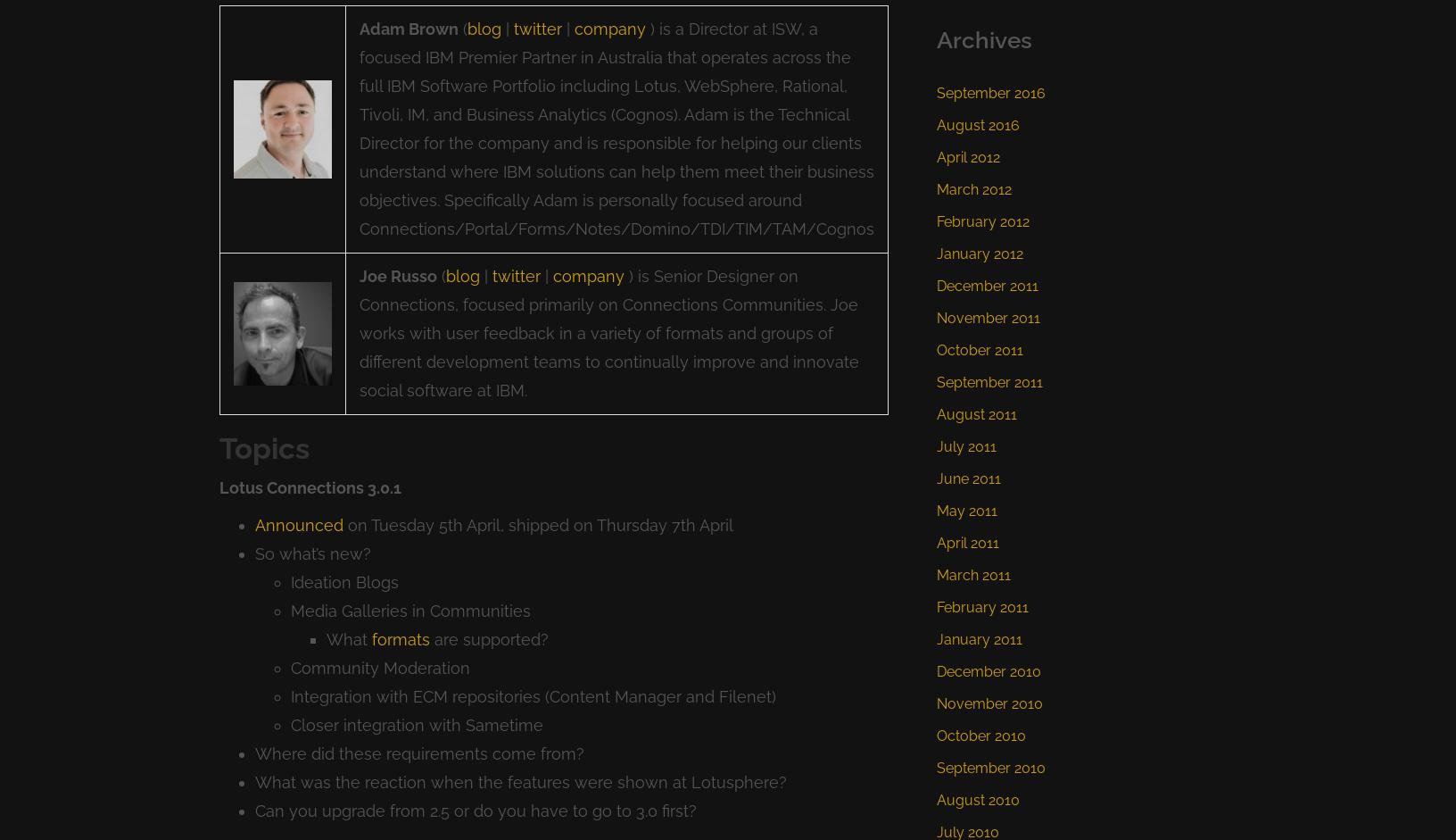 The height and width of the screenshot is (840, 1456). I want to click on 'August 2016', so click(977, 123).